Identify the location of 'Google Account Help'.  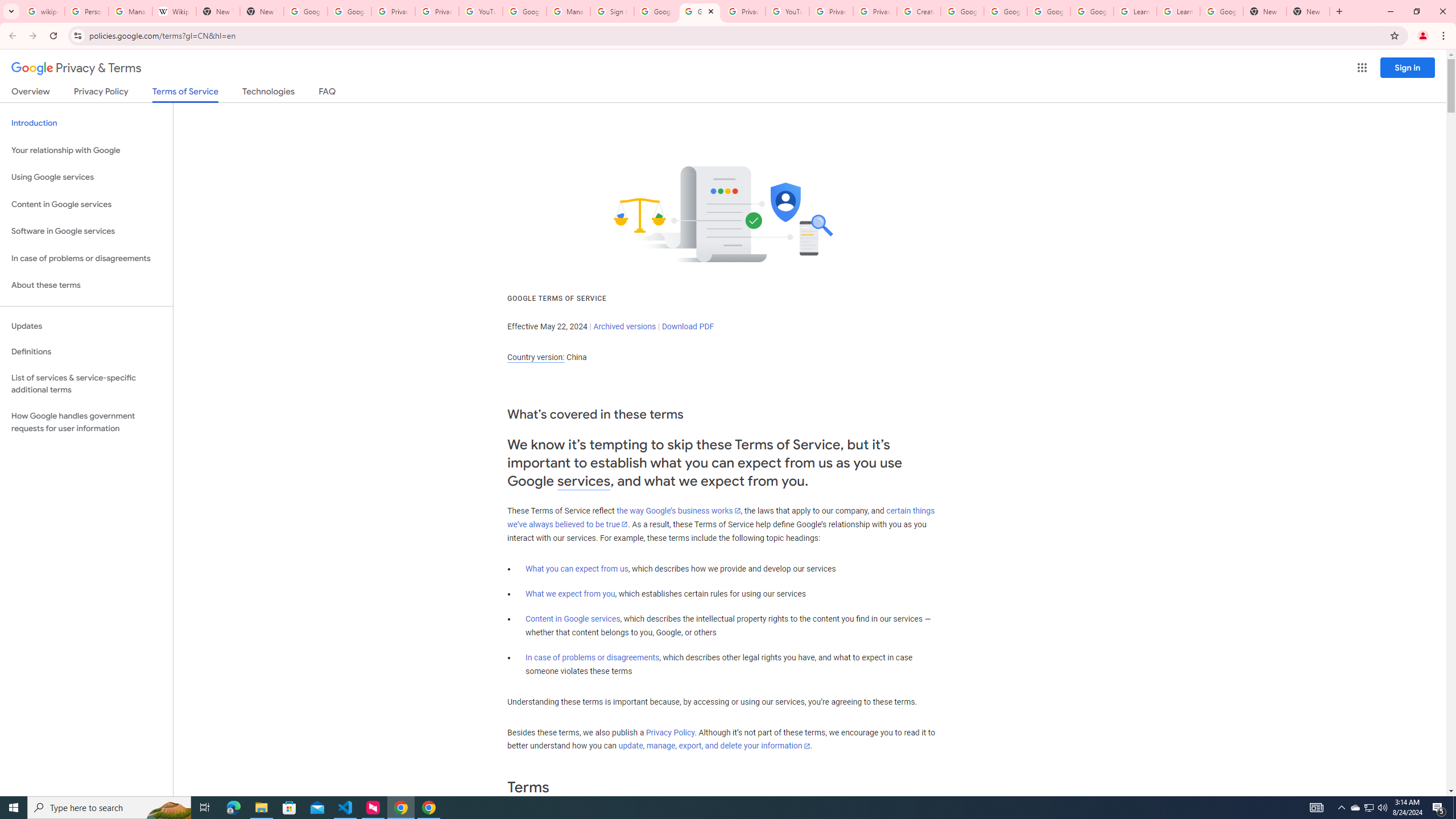
(1092, 11).